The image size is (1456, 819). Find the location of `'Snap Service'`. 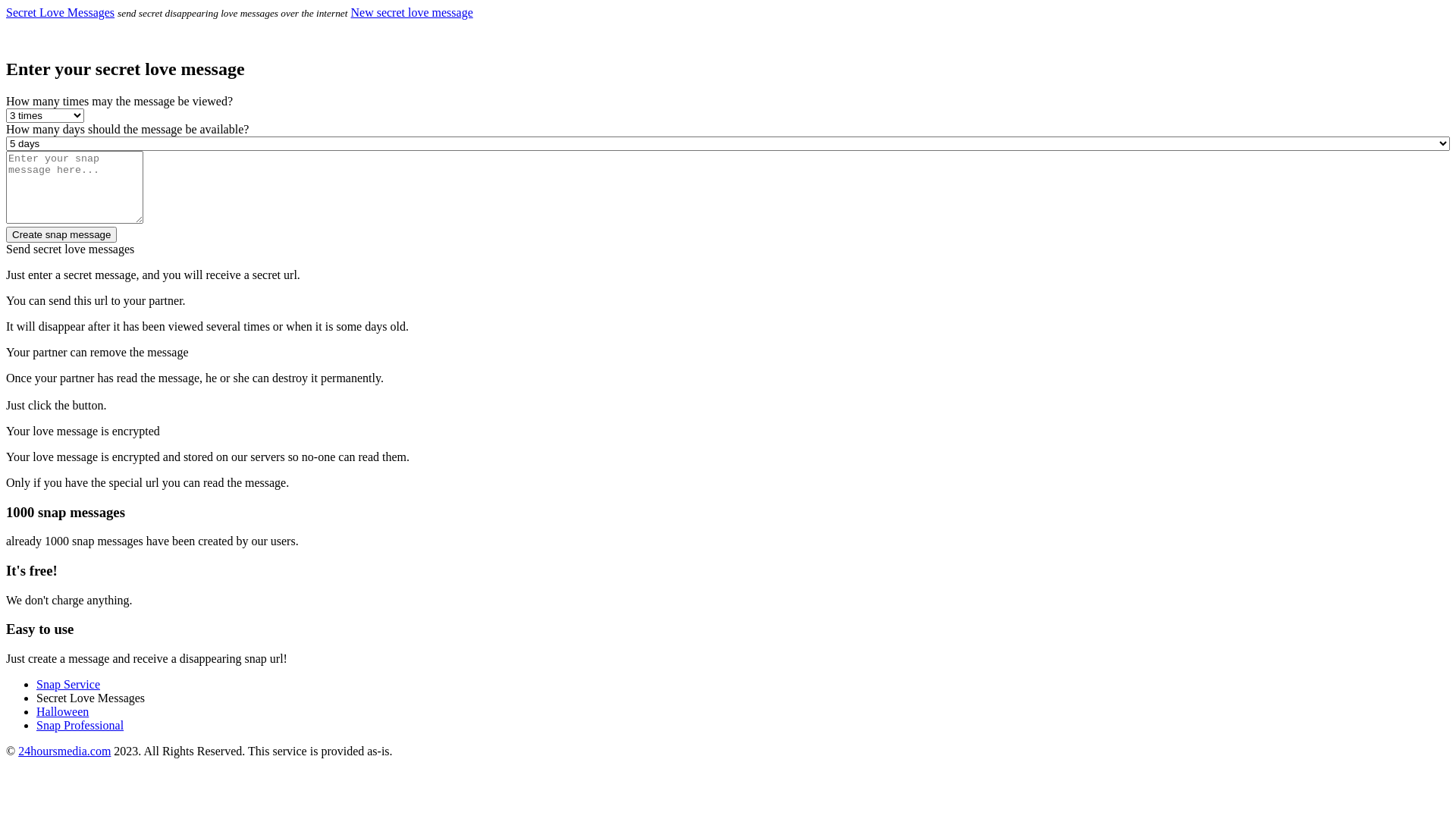

'Snap Service' is located at coordinates (36, 684).